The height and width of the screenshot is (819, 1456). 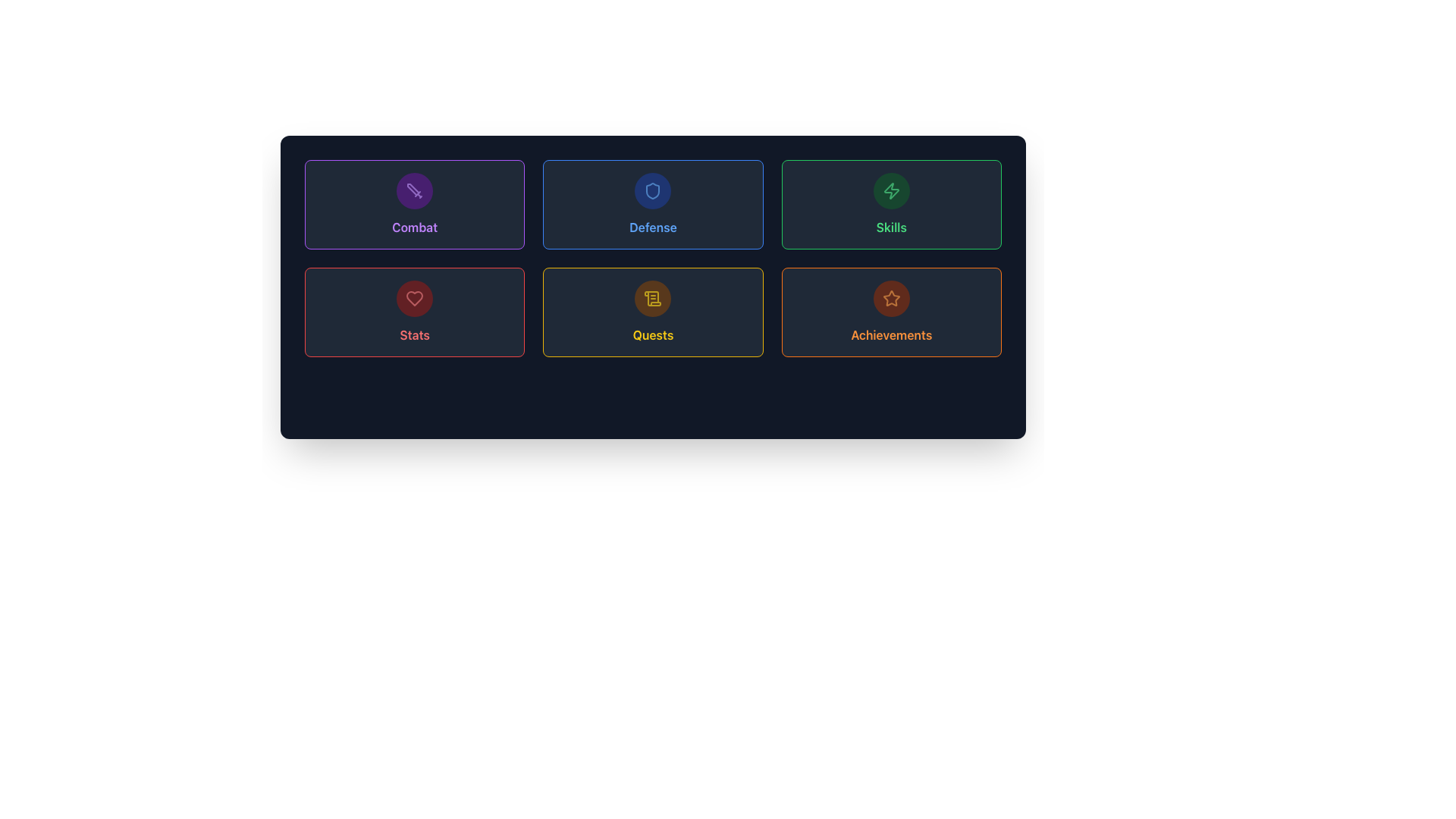 I want to click on the 'Stats' button, which is a rectangular section with a dark background, red border, and a heart symbol icon, located in the second row, first column of the grid layout, so click(x=415, y=312).